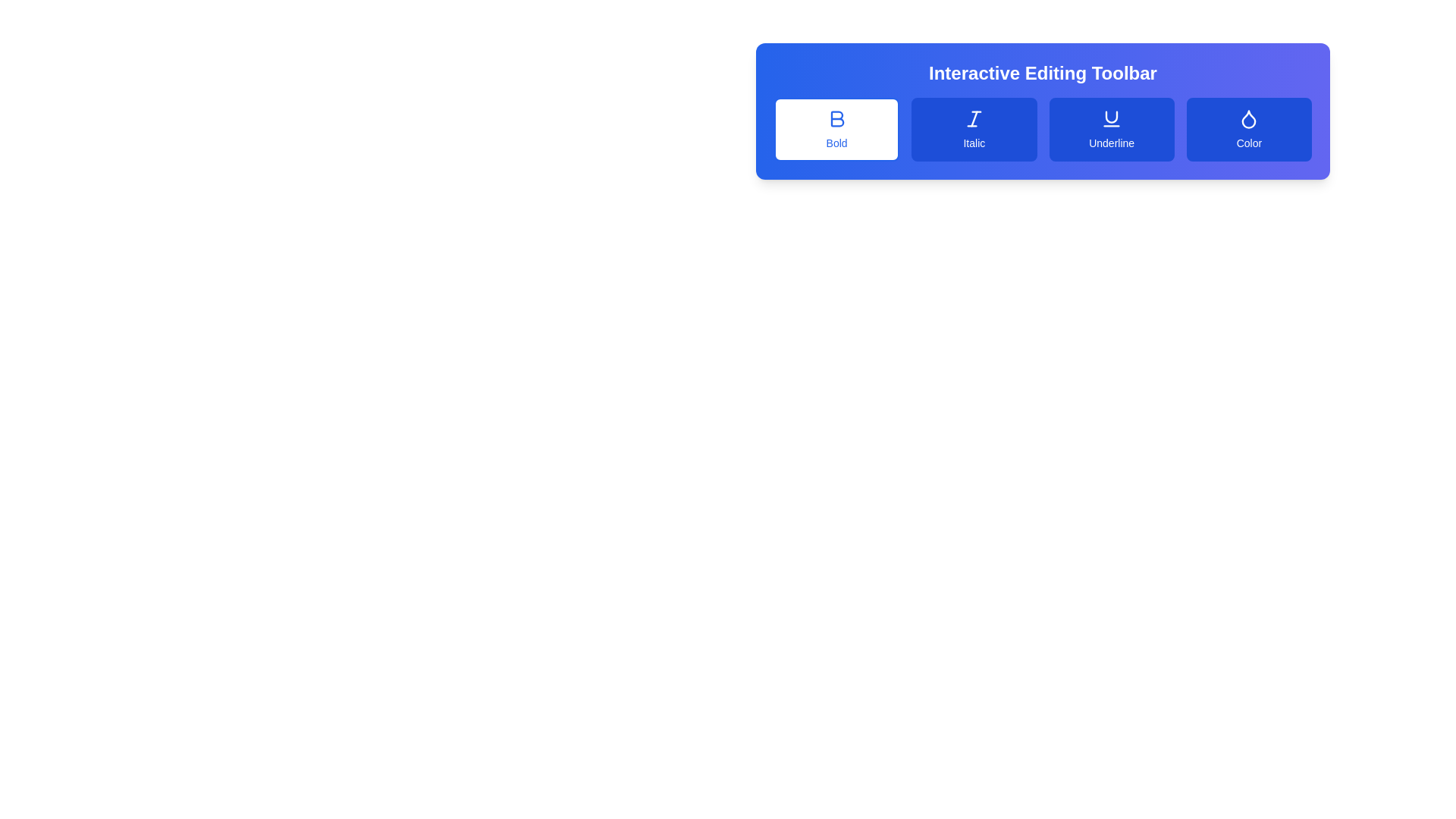  I want to click on the italic 'I' button with a blue background and white foreground in the toolbar, so click(974, 118).